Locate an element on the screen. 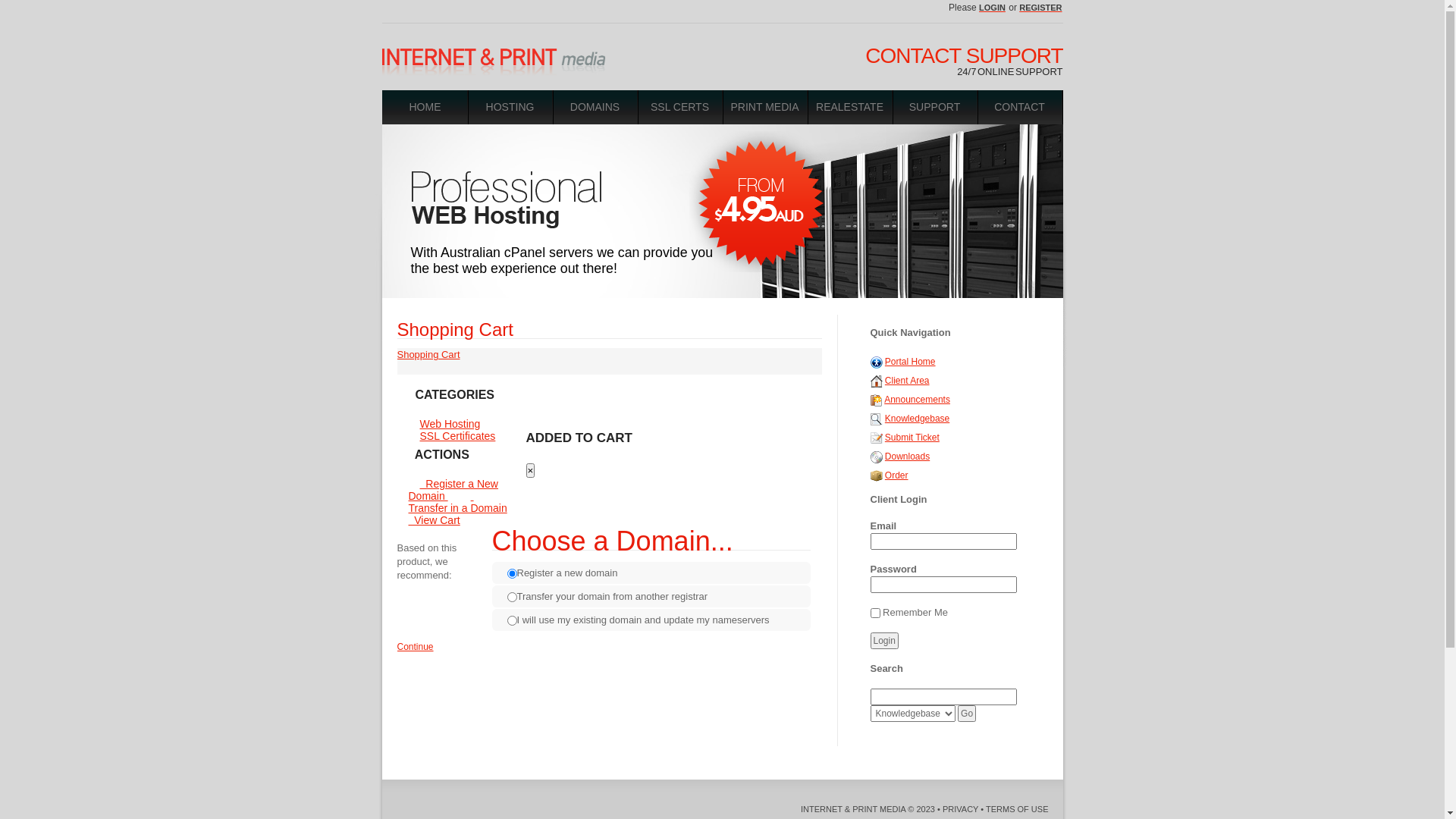  'Downloads' is located at coordinates (884, 455).